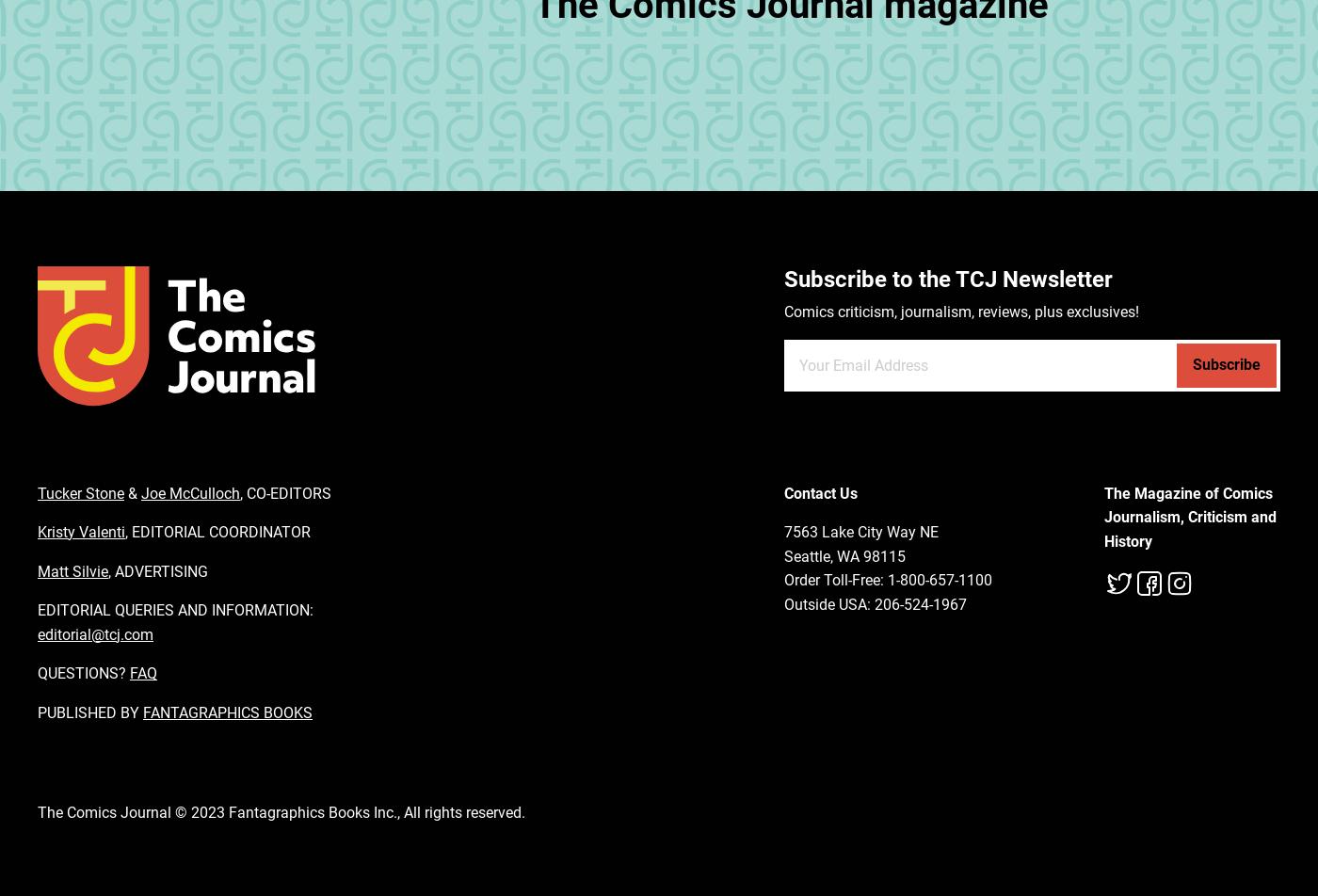  Describe the element at coordinates (81, 532) in the screenshot. I see `'Kristy Valenti'` at that location.